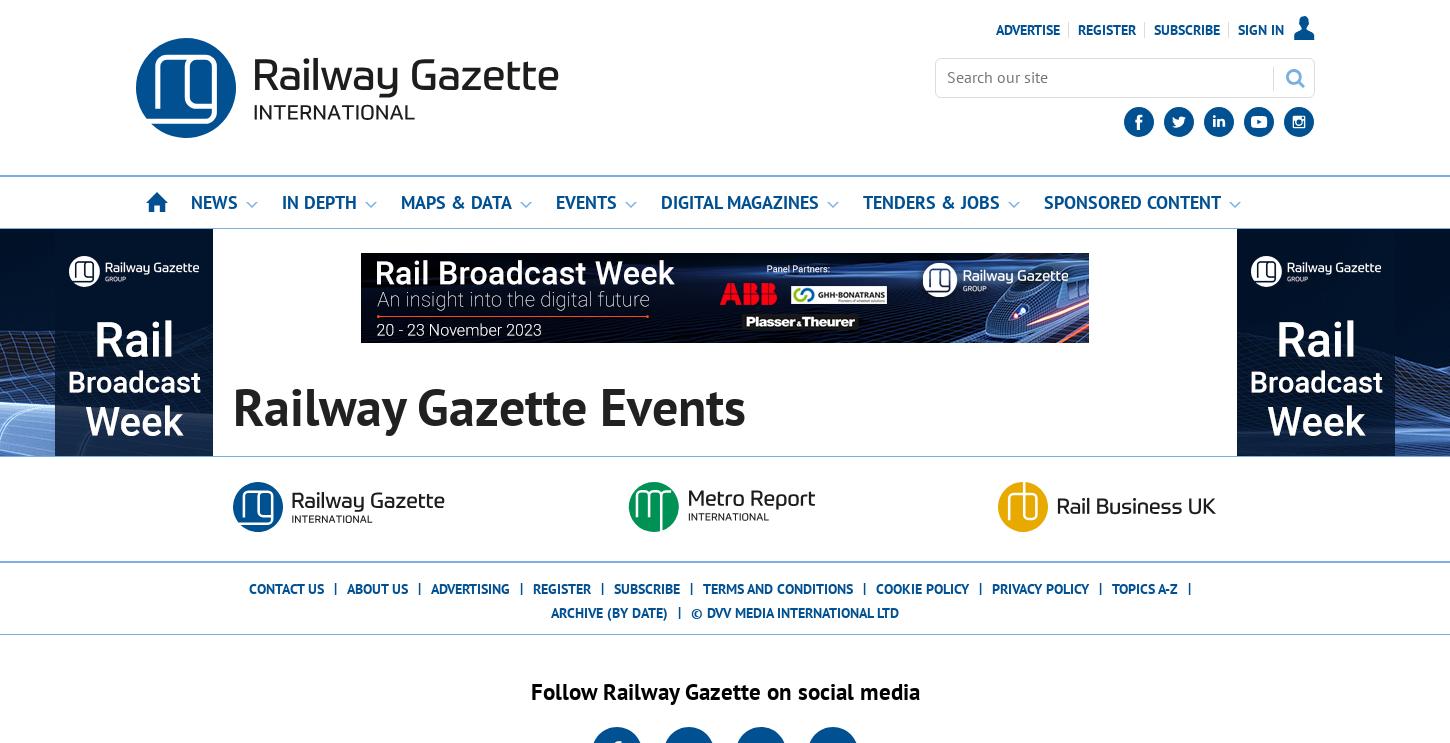 This screenshot has width=1450, height=743. Describe the element at coordinates (795, 611) in the screenshot. I see `'© DVV Media International Ltd'` at that location.